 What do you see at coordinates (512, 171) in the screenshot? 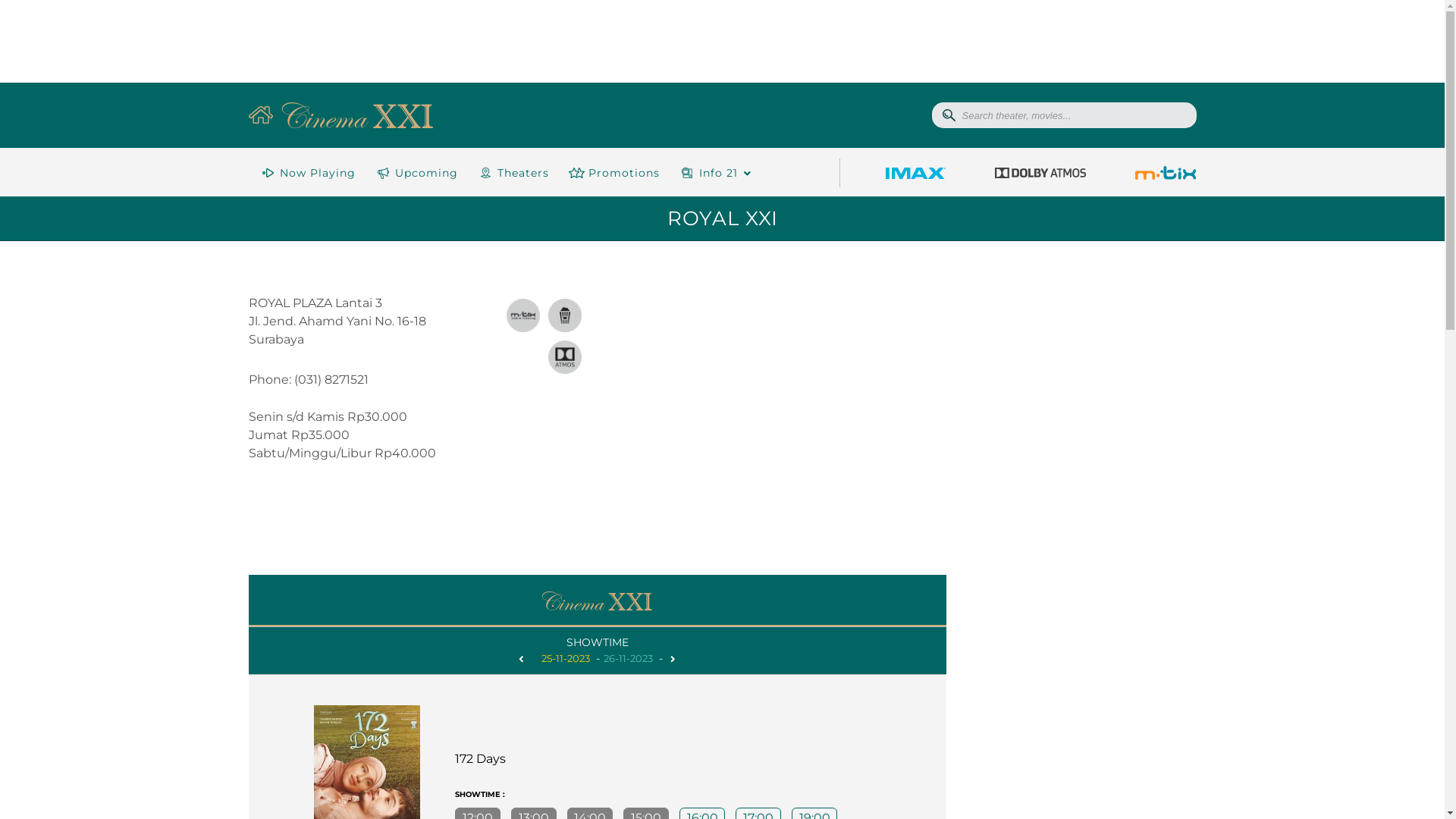
I see `'Theaters'` at bounding box center [512, 171].